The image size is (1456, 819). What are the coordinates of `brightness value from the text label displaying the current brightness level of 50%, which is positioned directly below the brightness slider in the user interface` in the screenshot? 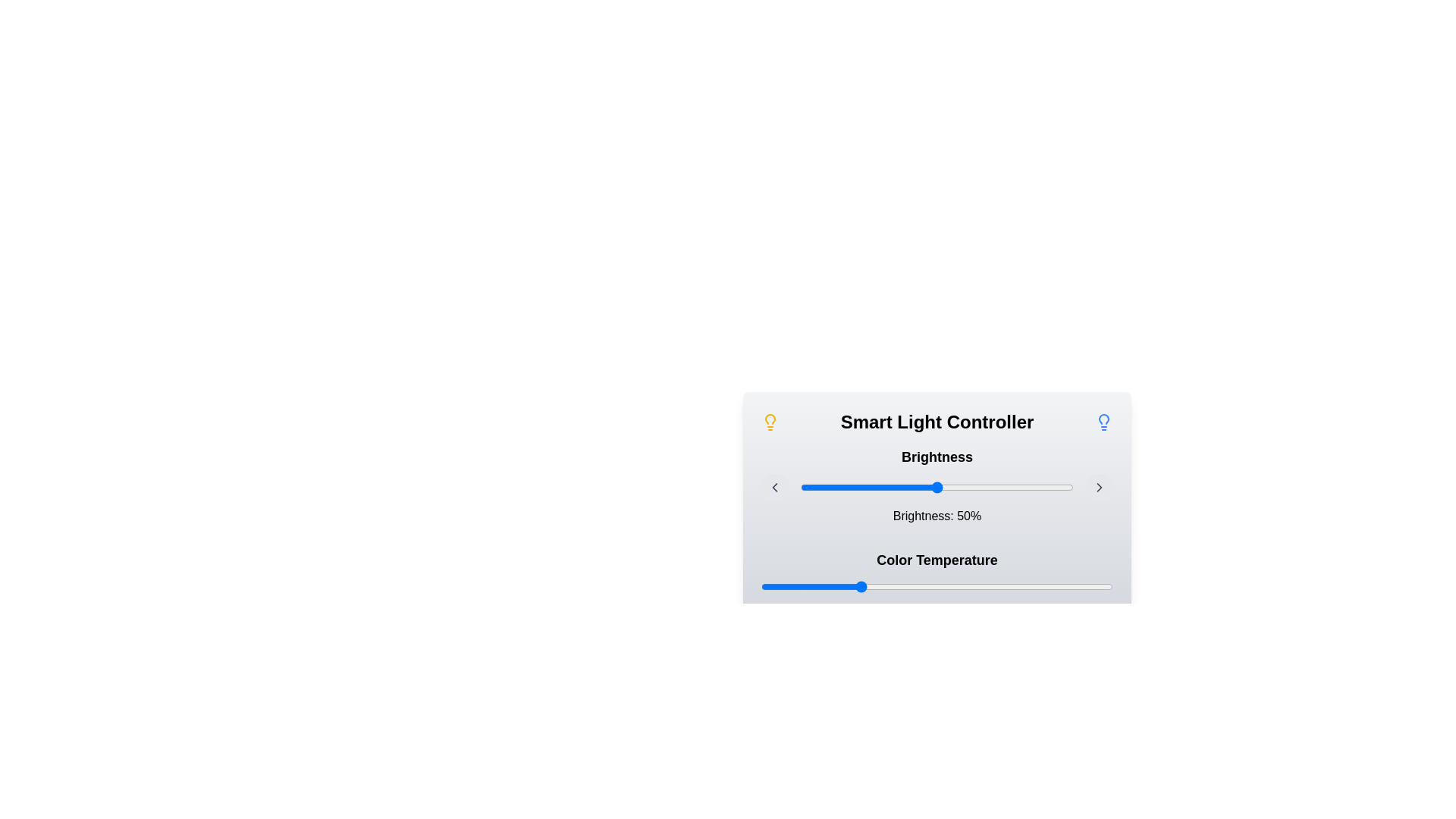 It's located at (937, 485).